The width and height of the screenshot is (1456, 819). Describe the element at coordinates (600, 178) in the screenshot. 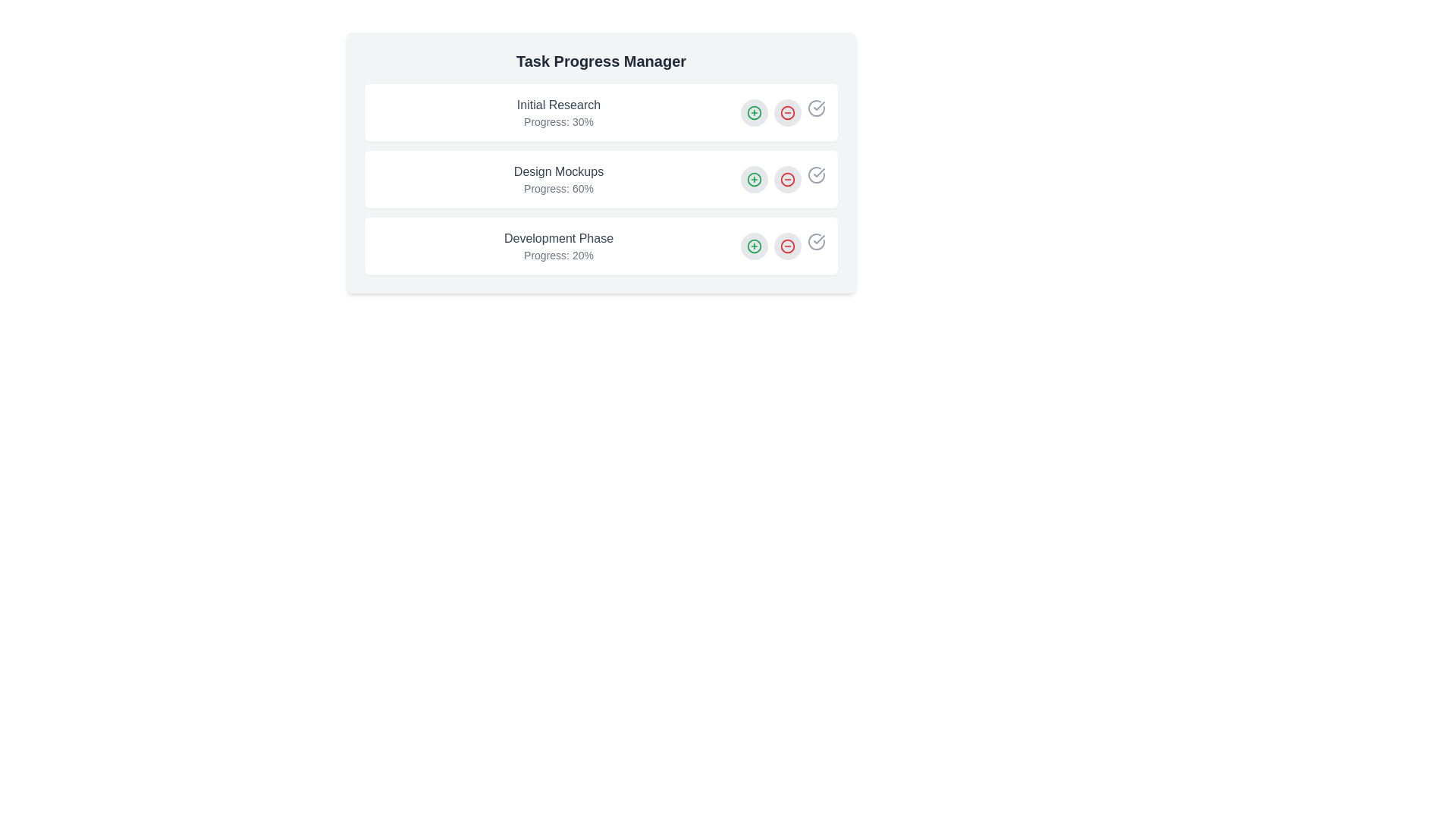

I see `the green plus button on the task progress card for 'Design Mockups', which is positioned in the middle of the vertical stack of task sections, to increase the progress` at that location.